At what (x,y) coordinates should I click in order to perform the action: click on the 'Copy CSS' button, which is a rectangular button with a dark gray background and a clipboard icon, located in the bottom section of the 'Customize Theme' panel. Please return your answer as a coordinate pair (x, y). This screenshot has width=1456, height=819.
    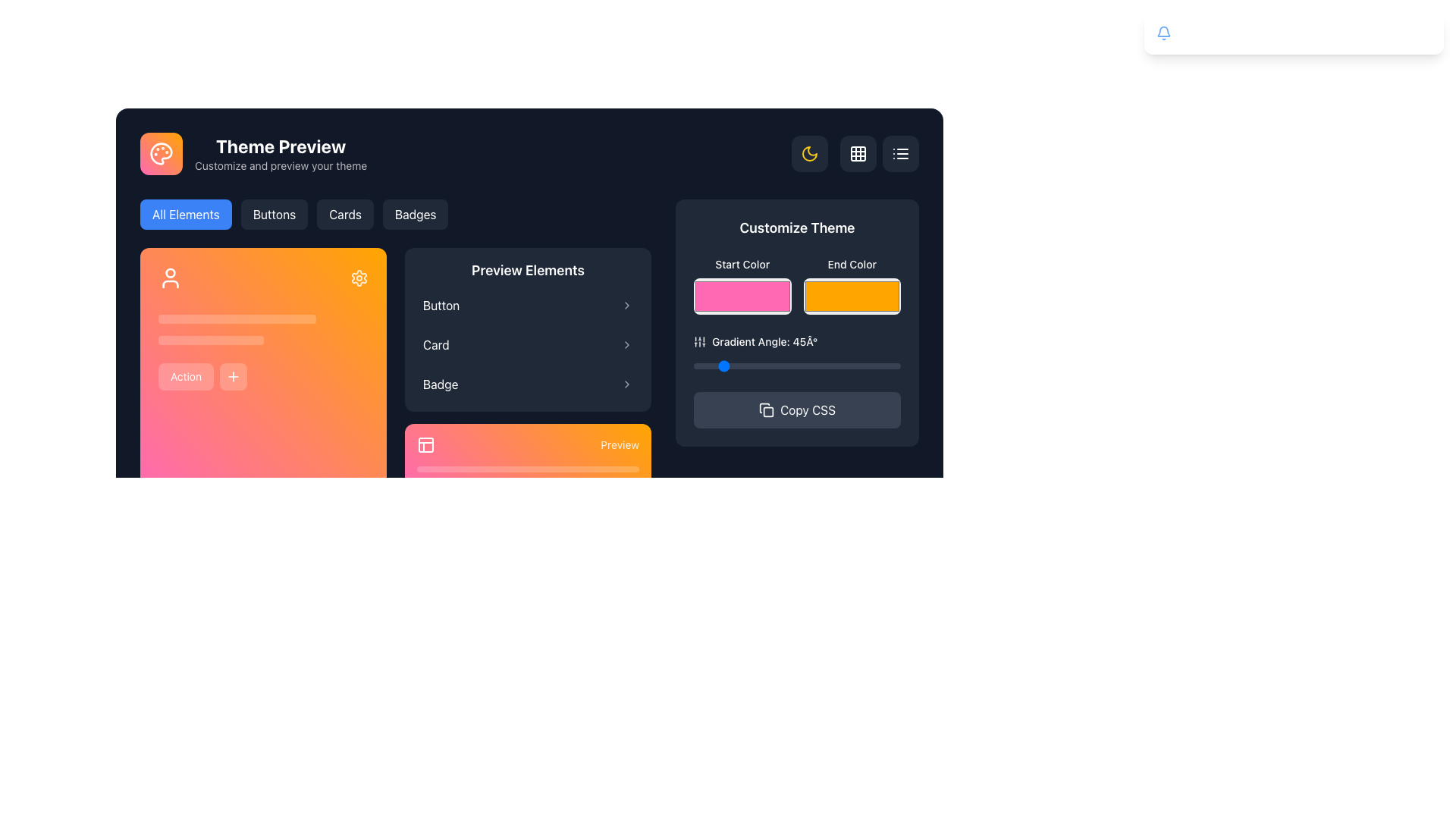
    Looking at the image, I should click on (796, 409).